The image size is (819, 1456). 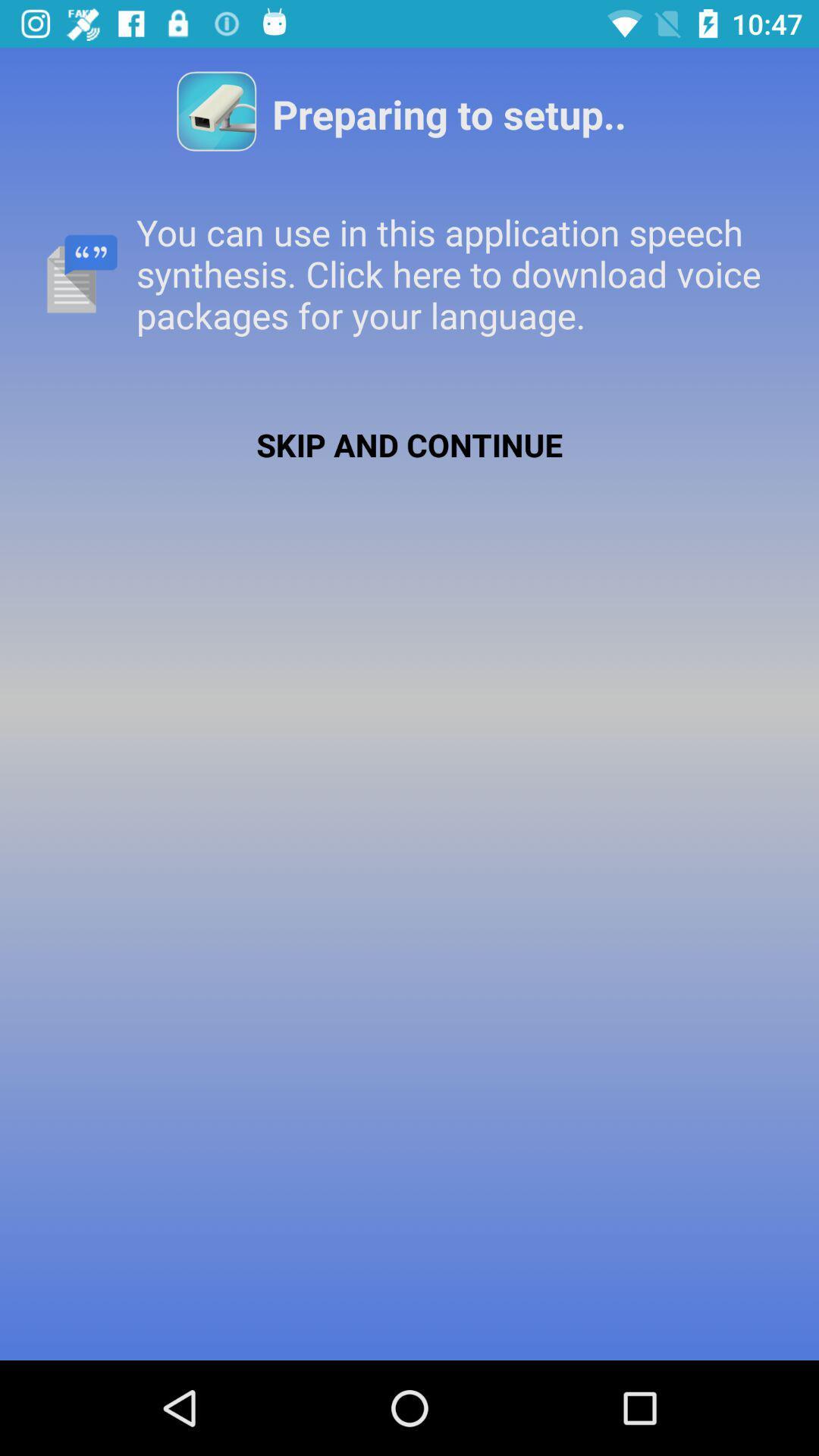 What do you see at coordinates (409, 274) in the screenshot?
I see `app below preparing to setup.. icon` at bounding box center [409, 274].